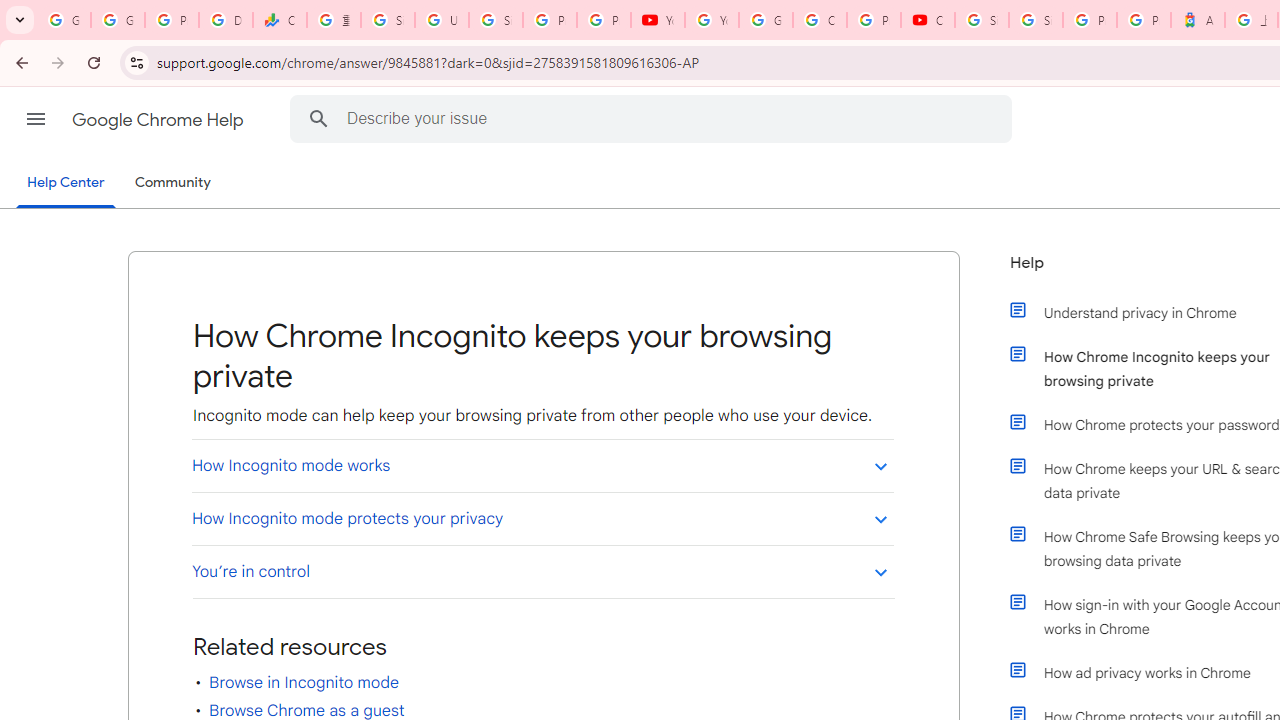 Image resolution: width=1280 pixels, height=720 pixels. I want to click on 'Currencies - Google Finance', so click(279, 20).